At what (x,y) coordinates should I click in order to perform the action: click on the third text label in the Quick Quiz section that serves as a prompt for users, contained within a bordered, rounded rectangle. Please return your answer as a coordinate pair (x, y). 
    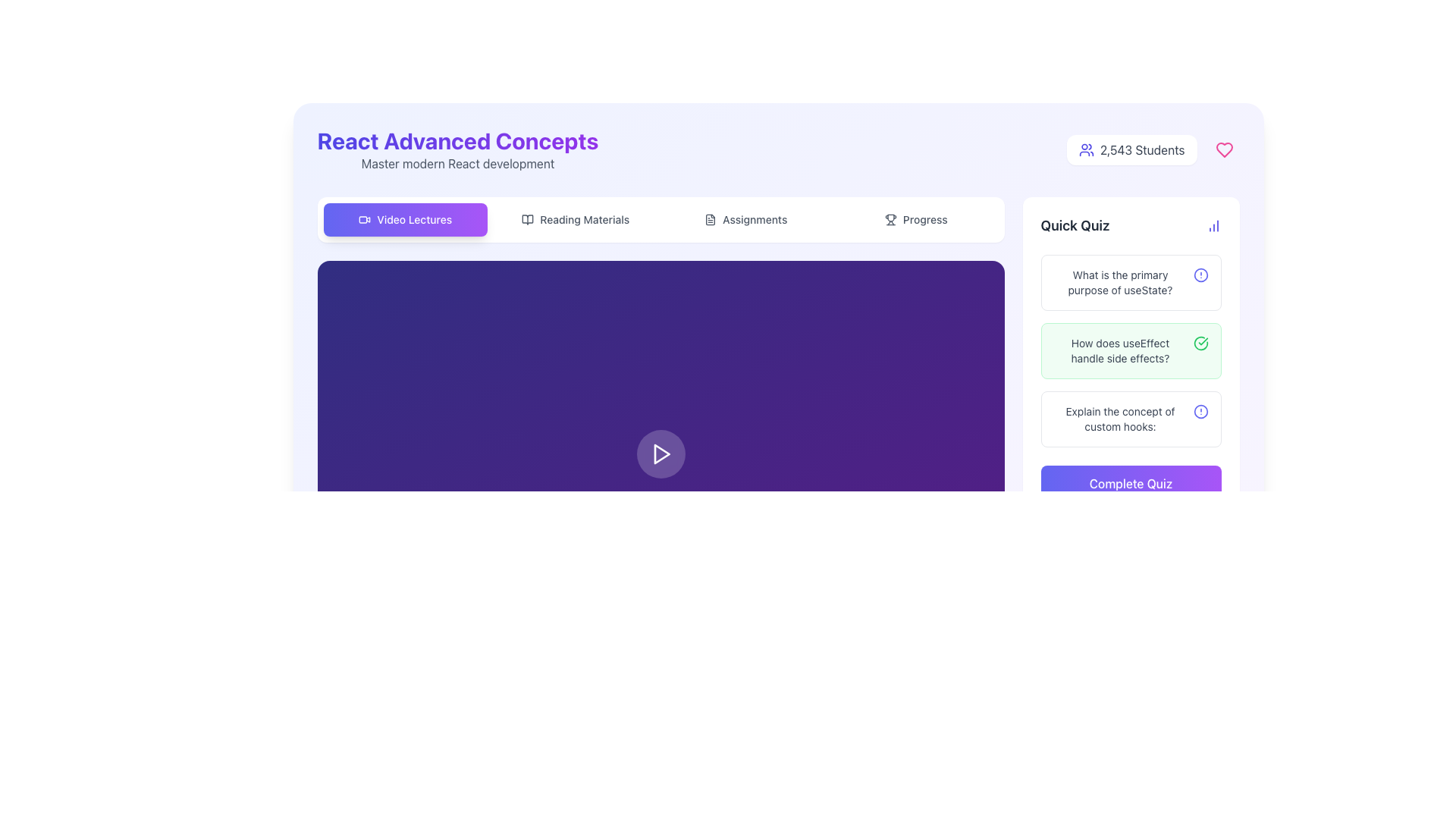
    Looking at the image, I should click on (1131, 419).